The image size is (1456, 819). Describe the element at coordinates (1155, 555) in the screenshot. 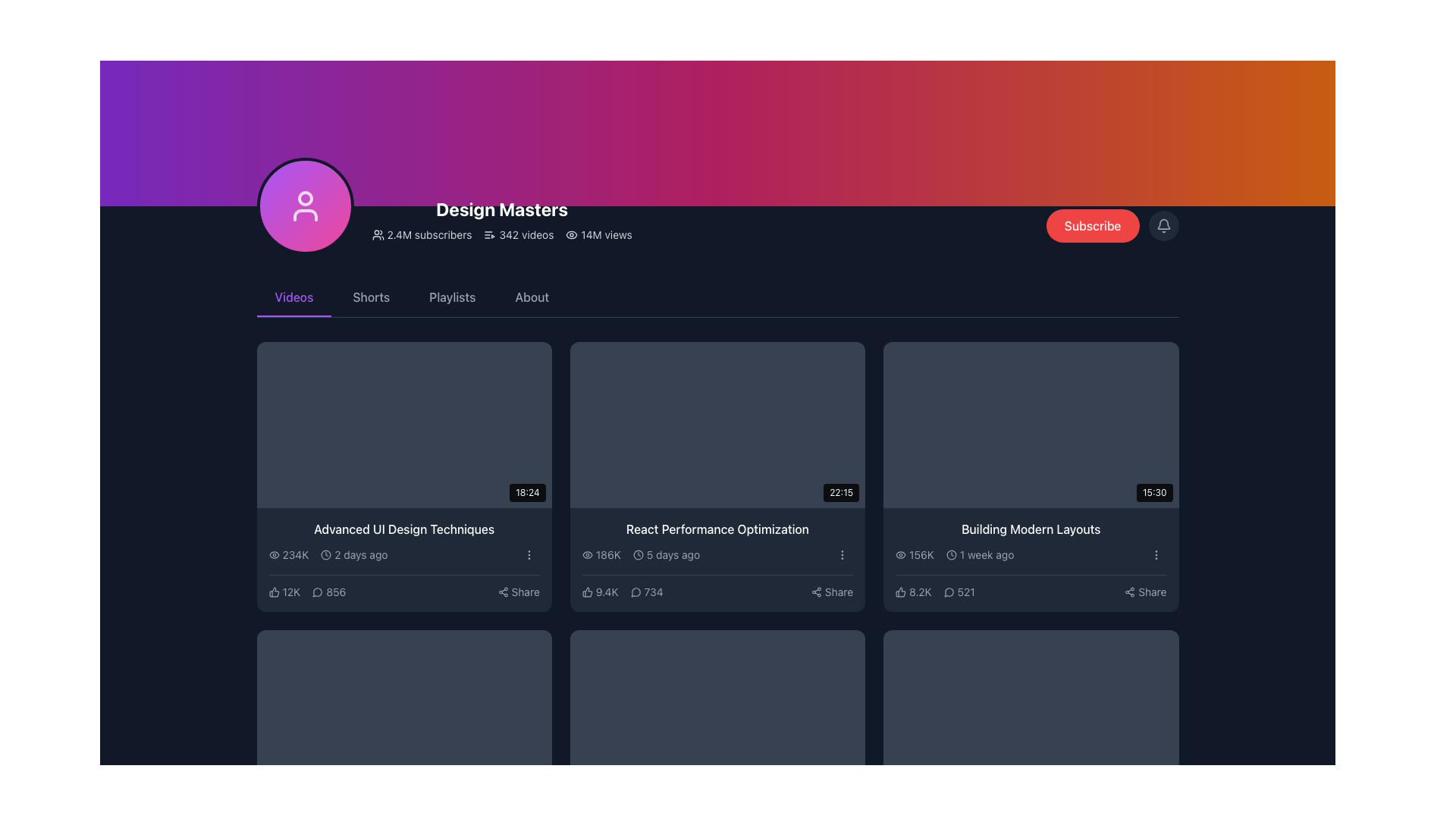

I see `the vertically aligned ellipsis icon located at the bottom-right corner of the video card interface` at that location.